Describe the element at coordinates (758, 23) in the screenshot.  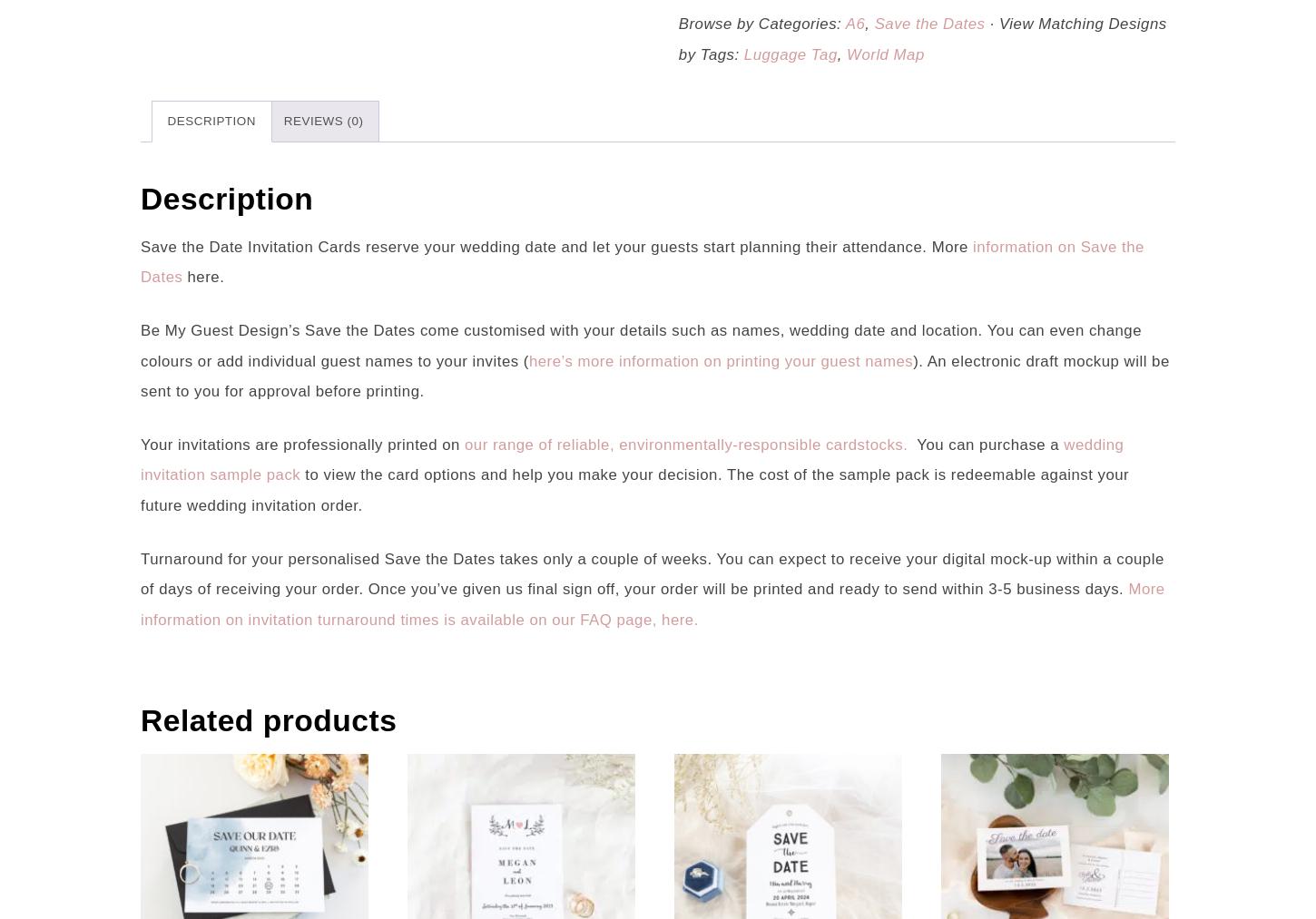
I see `'Categories:'` at that location.